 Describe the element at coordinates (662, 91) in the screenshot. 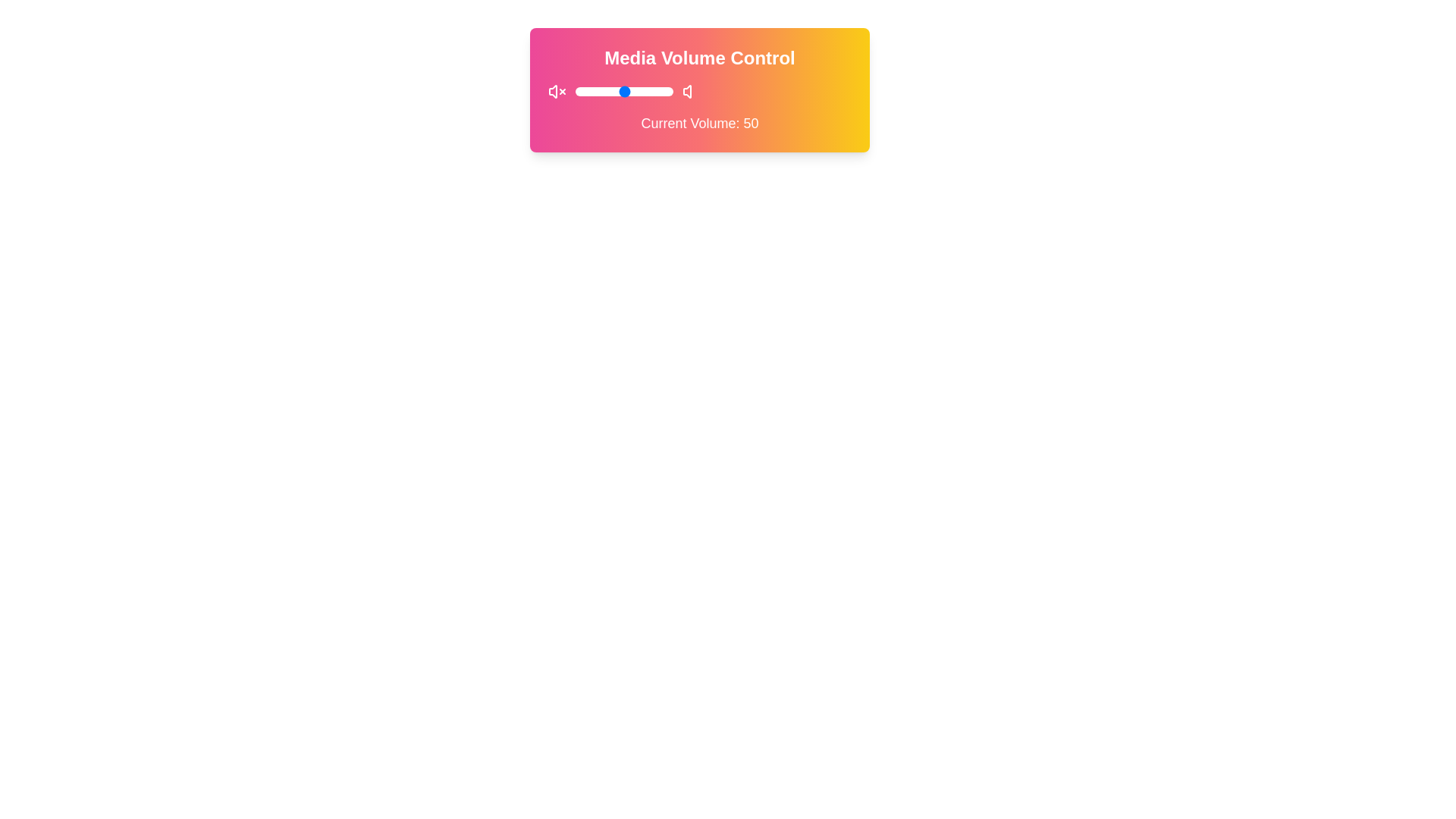

I see `the volume to 89 by sliding the control` at that location.